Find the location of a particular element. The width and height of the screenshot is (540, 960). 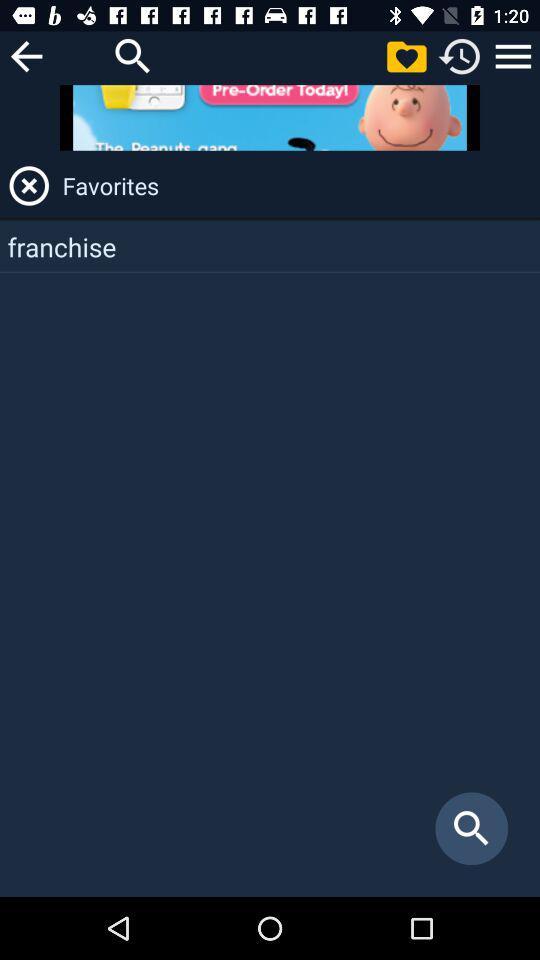

favorites icon is located at coordinates (297, 185).